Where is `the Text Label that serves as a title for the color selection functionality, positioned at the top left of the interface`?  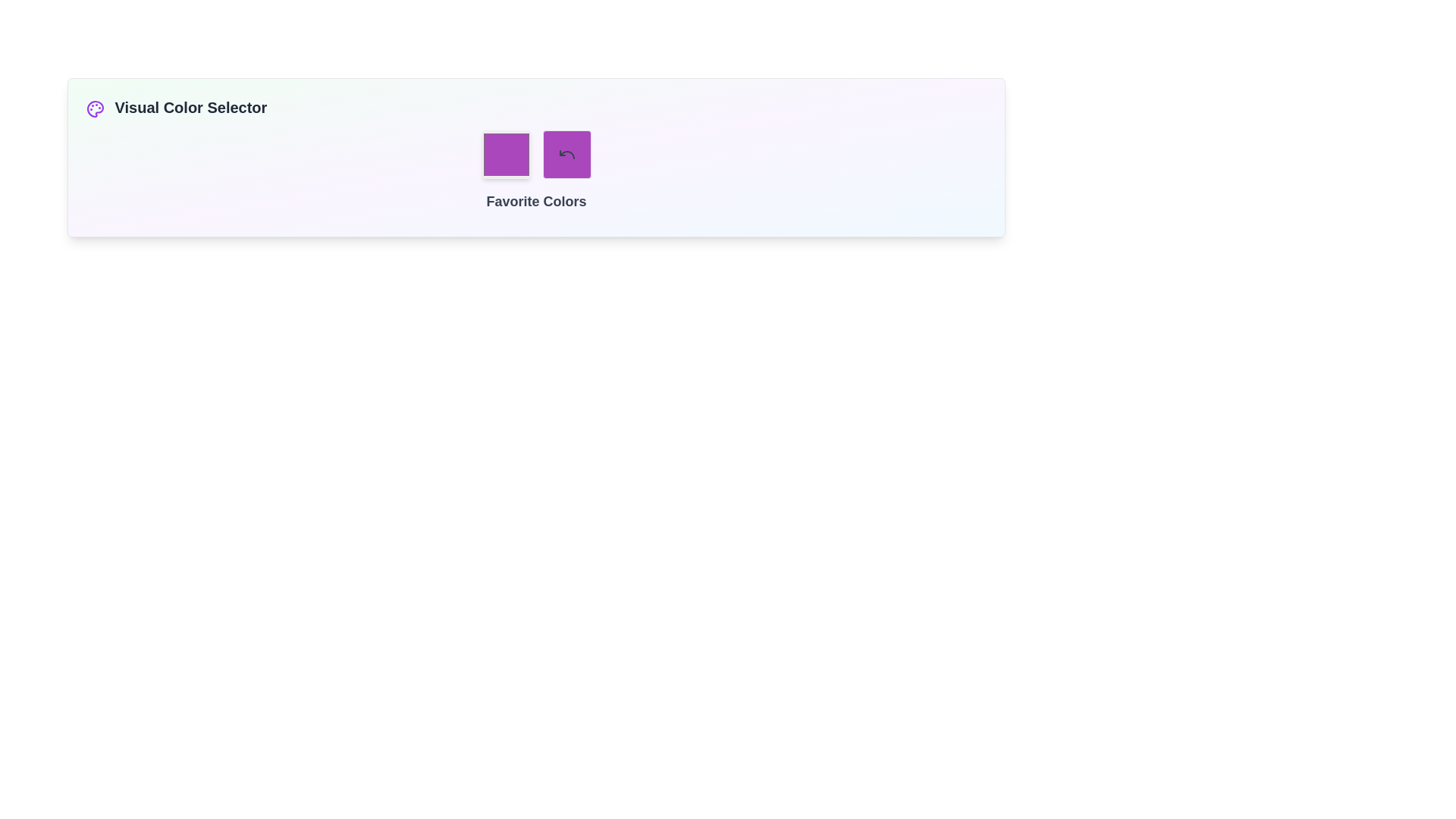
the Text Label that serves as a title for the color selection functionality, positioned at the top left of the interface is located at coordinates (177, 107).